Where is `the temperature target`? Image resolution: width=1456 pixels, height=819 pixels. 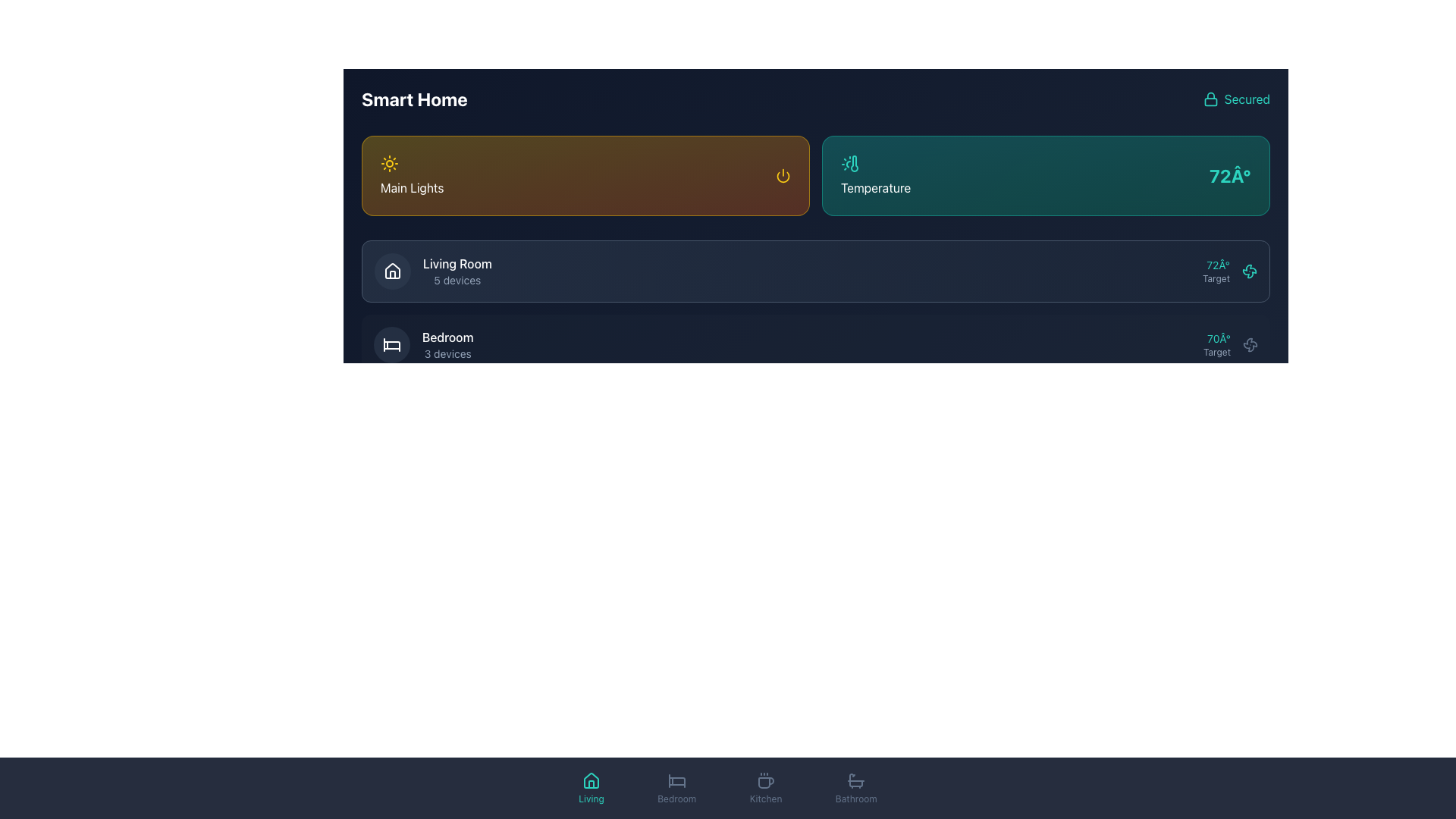 the temperature target is located at coordinates (986, 345).